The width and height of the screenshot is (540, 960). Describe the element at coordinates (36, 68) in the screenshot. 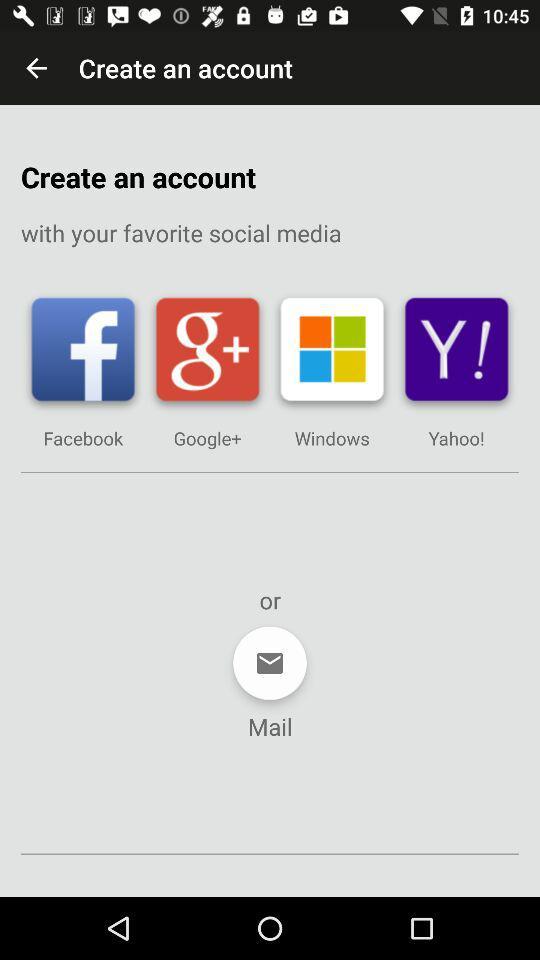

I see `the icon at the top left corner` at that location.